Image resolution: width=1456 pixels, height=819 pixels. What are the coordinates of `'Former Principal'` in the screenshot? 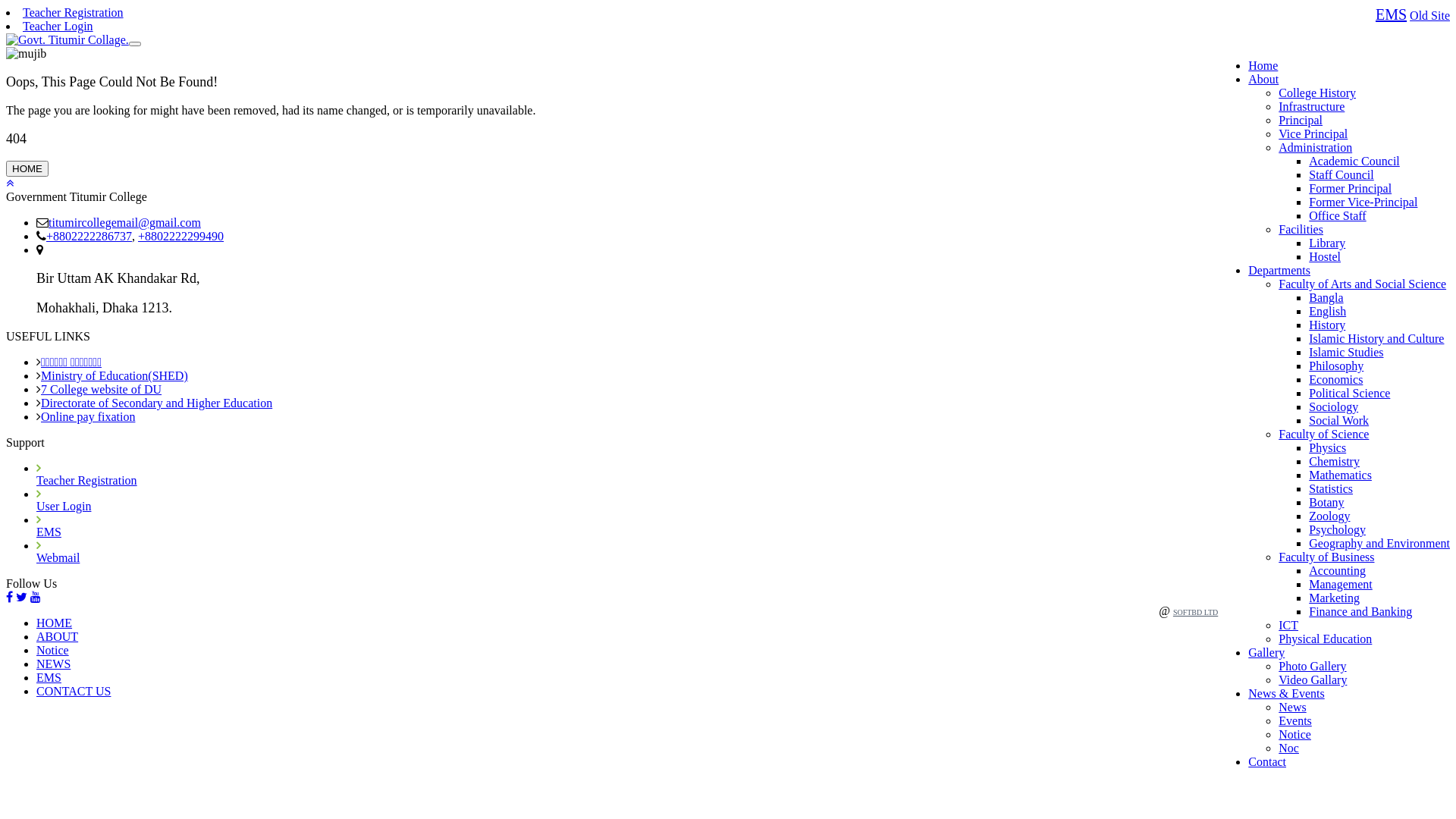 It's located at (1350, 187).